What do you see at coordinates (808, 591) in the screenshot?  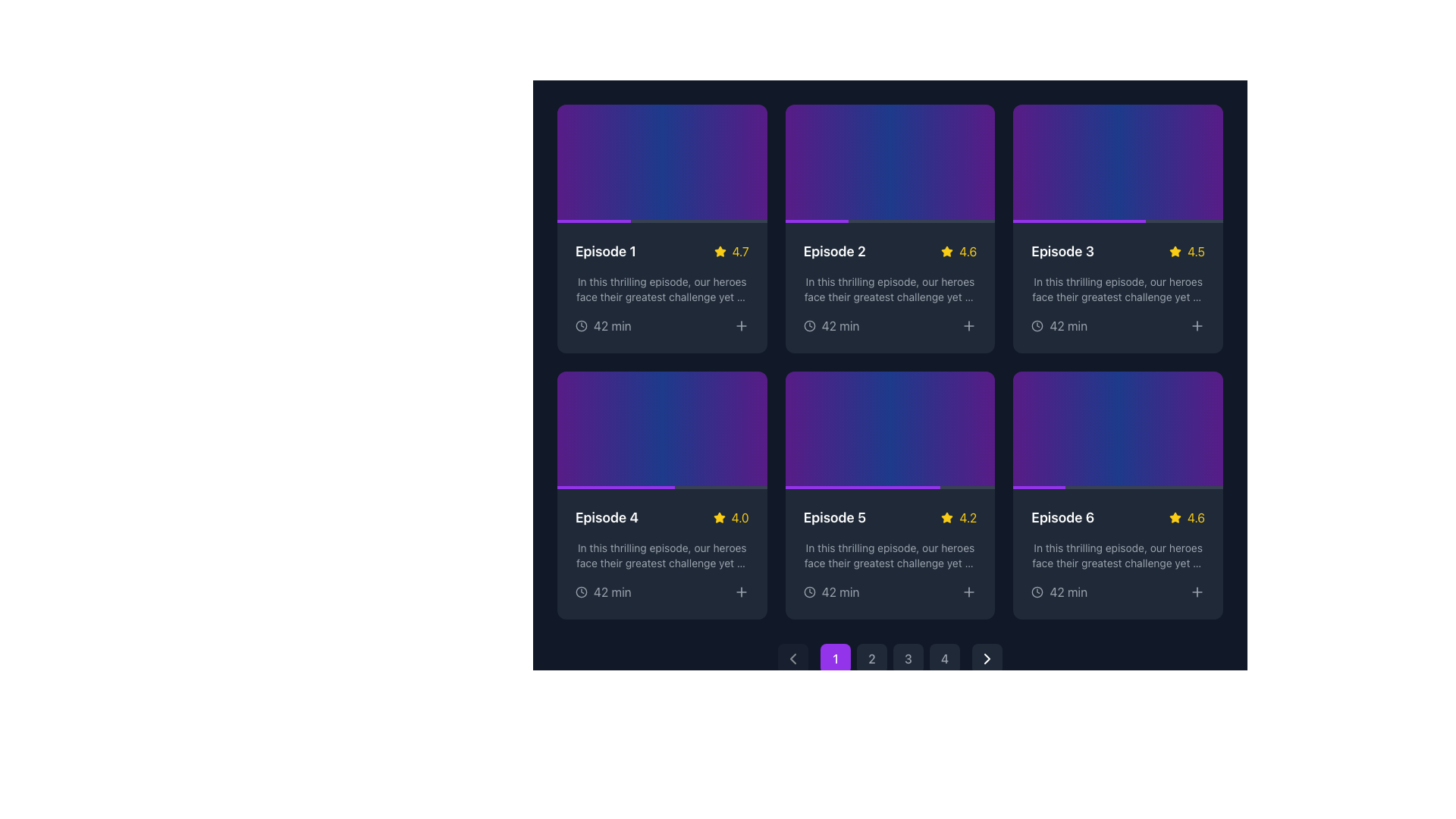 I see `the graphical icon (circle within a clock icon) located in the lower right corner of the card for 'Episode 5', which visually represents the duration of the episode` at bounding box center [808, 591].